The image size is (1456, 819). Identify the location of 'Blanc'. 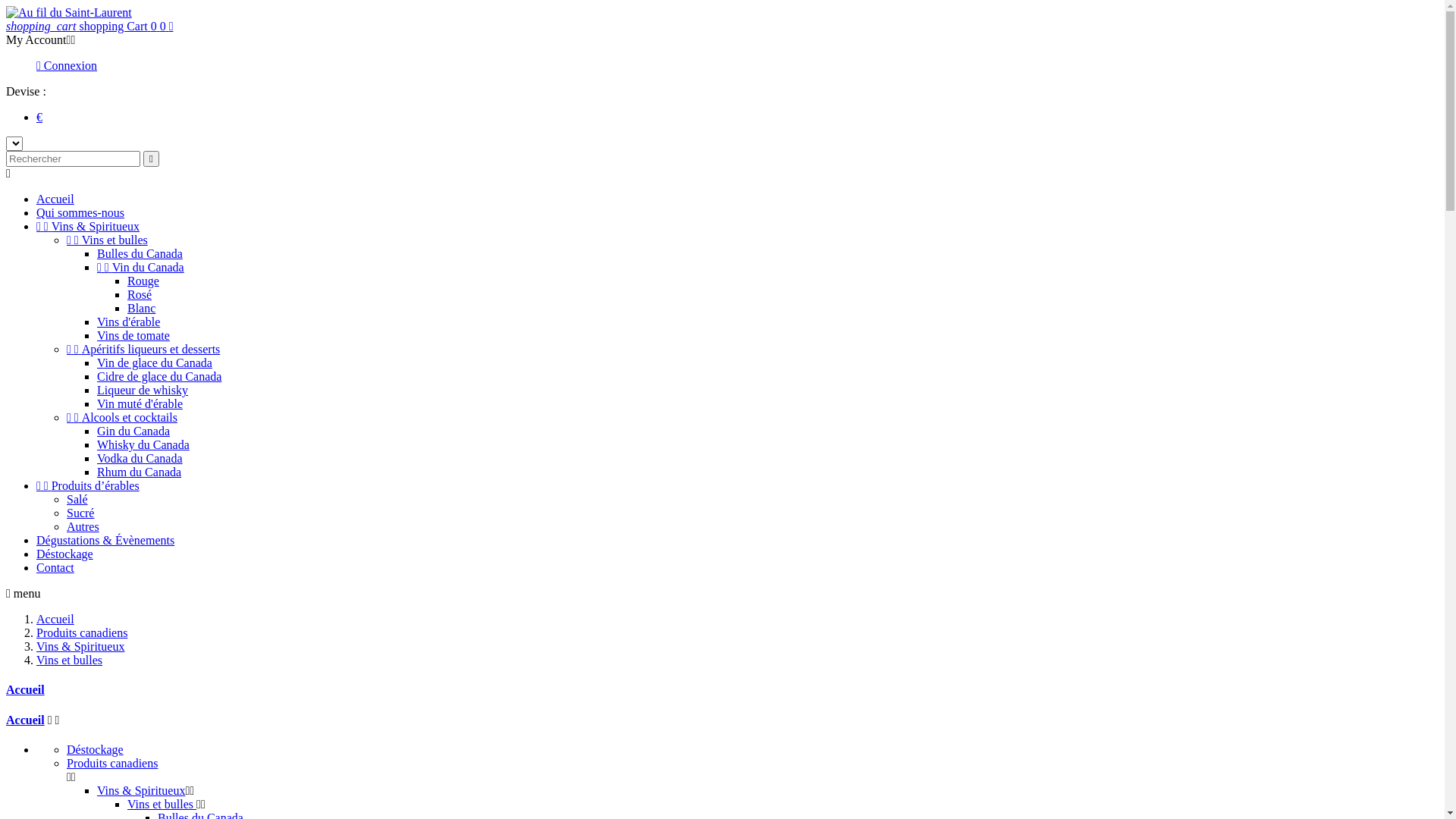
(127, 307).